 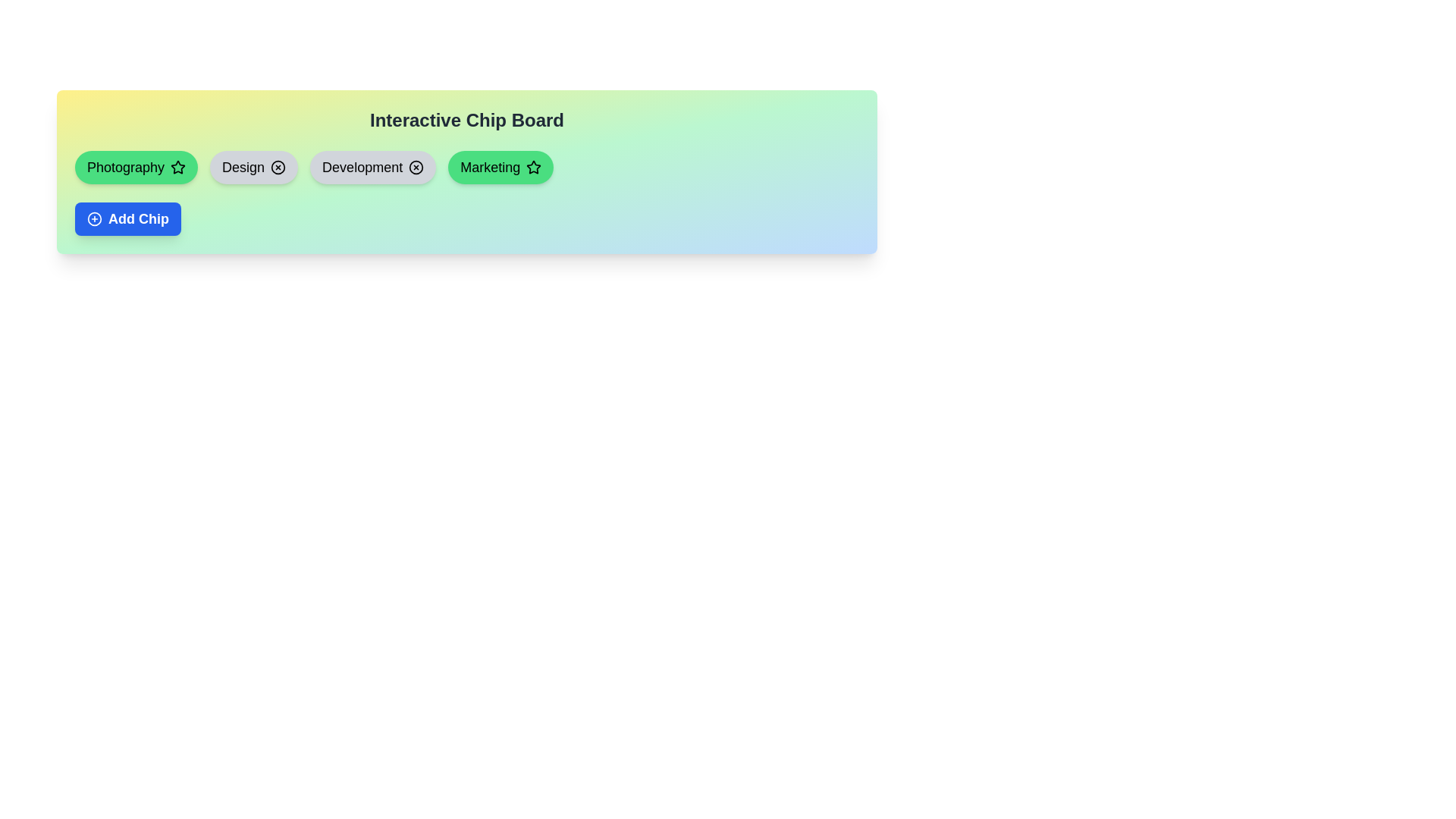 I want to click on the 'Development' chip component, so click(x=373, y=167).